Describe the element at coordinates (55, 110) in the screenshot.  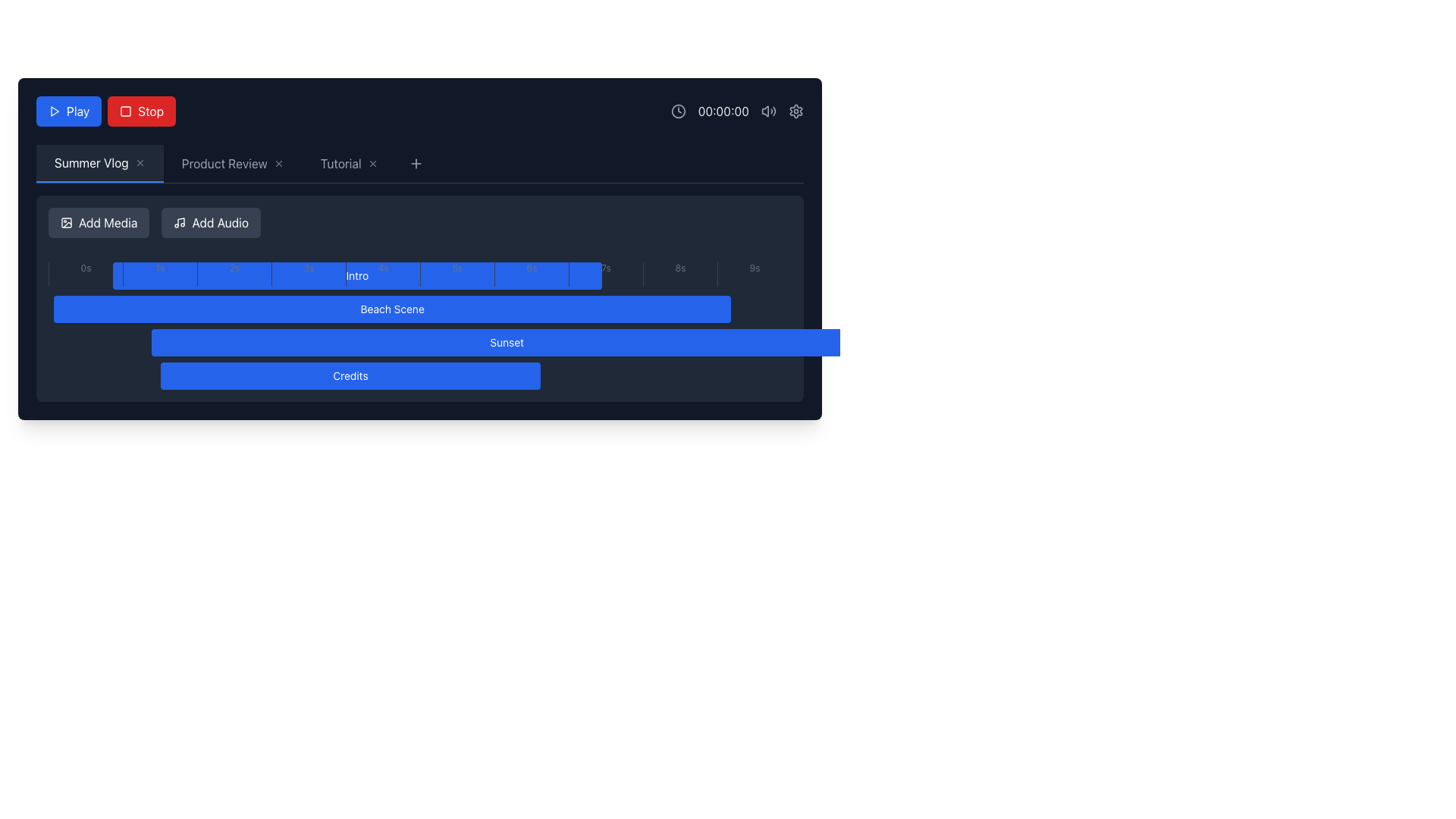
I see `the triangular 'Play' icon located to the left of the text 'Play'` at that location.